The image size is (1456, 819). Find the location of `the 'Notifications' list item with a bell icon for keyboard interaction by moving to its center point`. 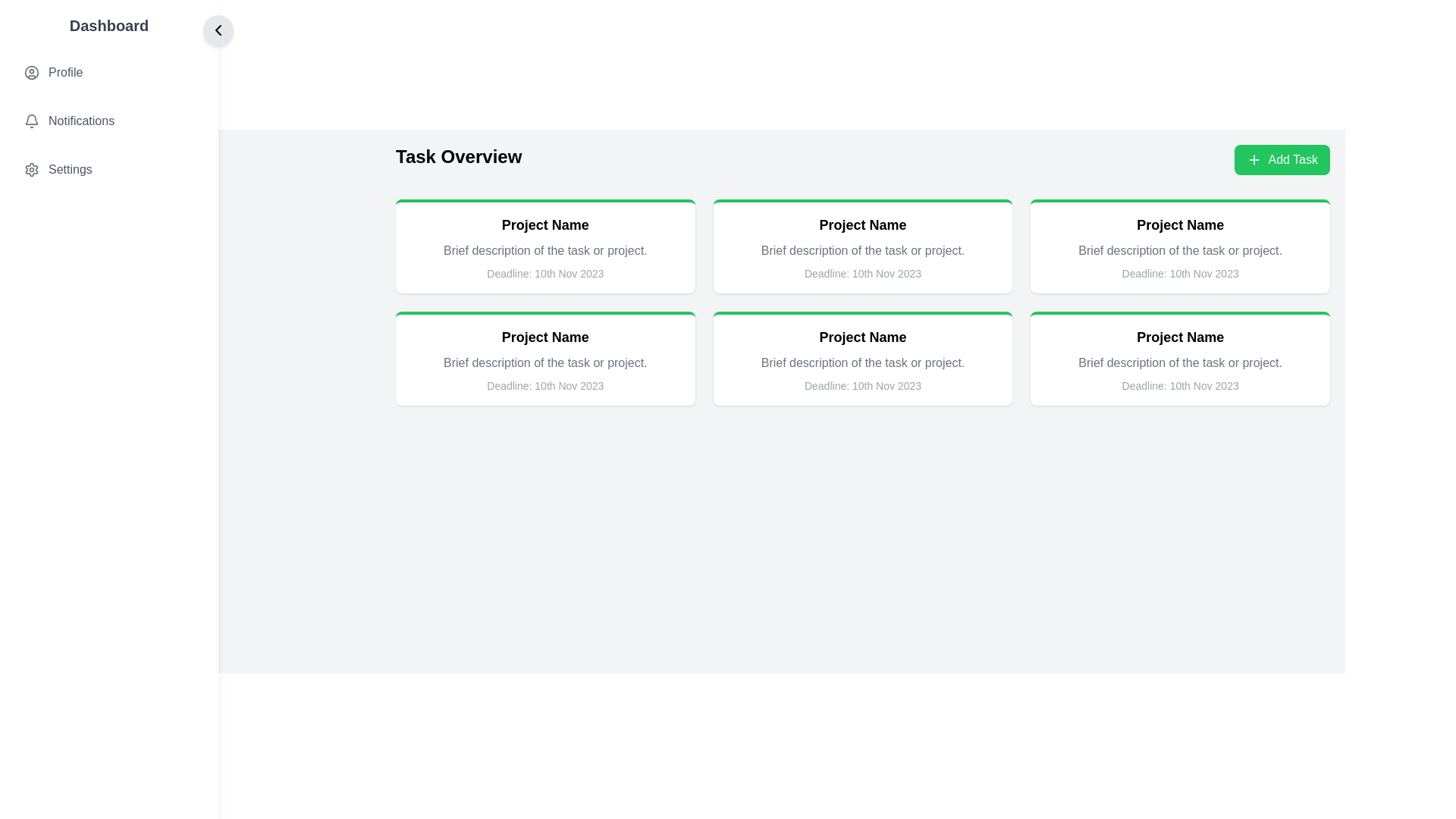

the 'Notifications' list item with a bell icon for keyboard interaction by moving to its center point is located at coordinates (108, 120).